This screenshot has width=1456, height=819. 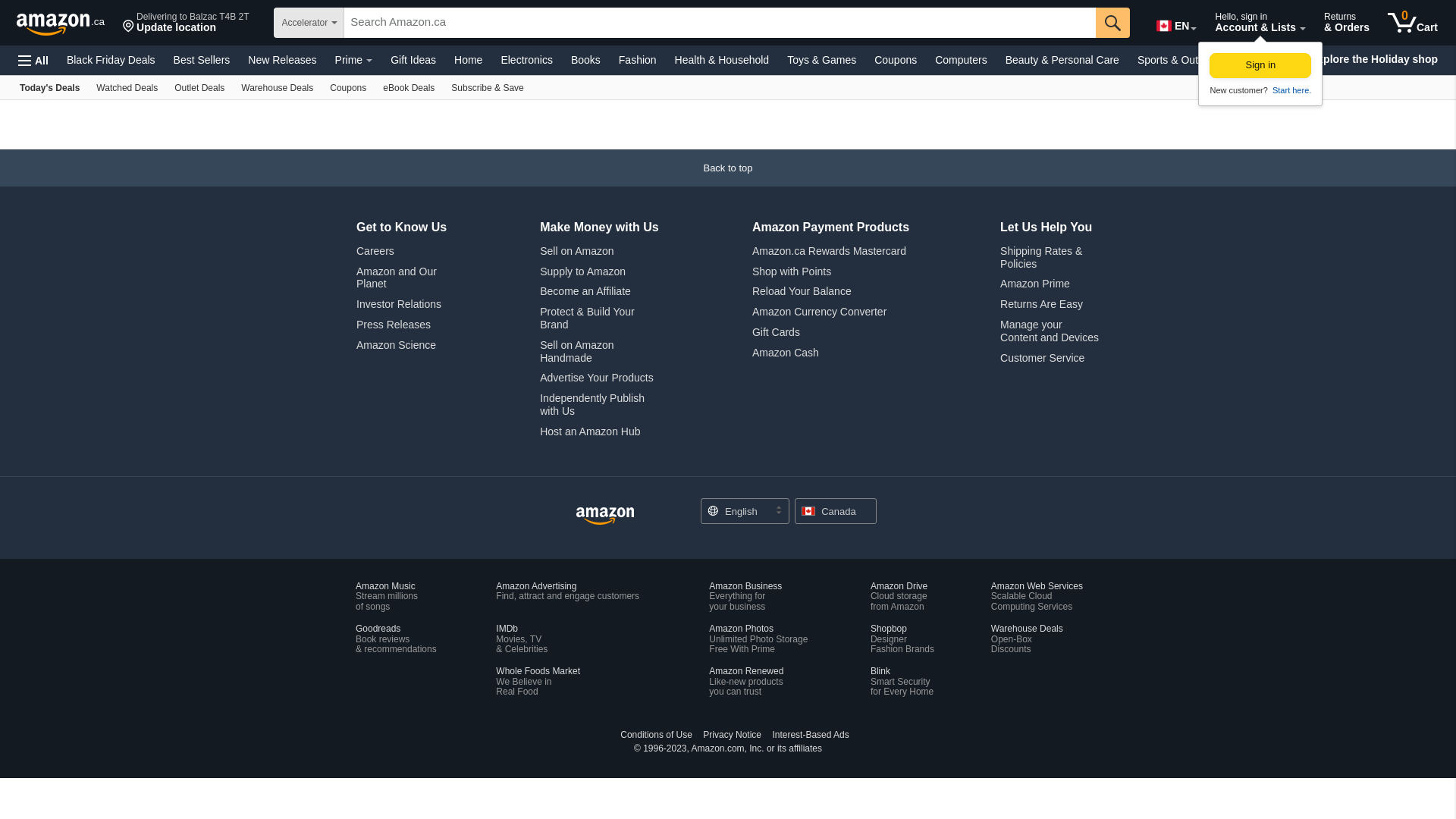 I want to click on 'Sell on Amazon', so click(x=576, y=250).